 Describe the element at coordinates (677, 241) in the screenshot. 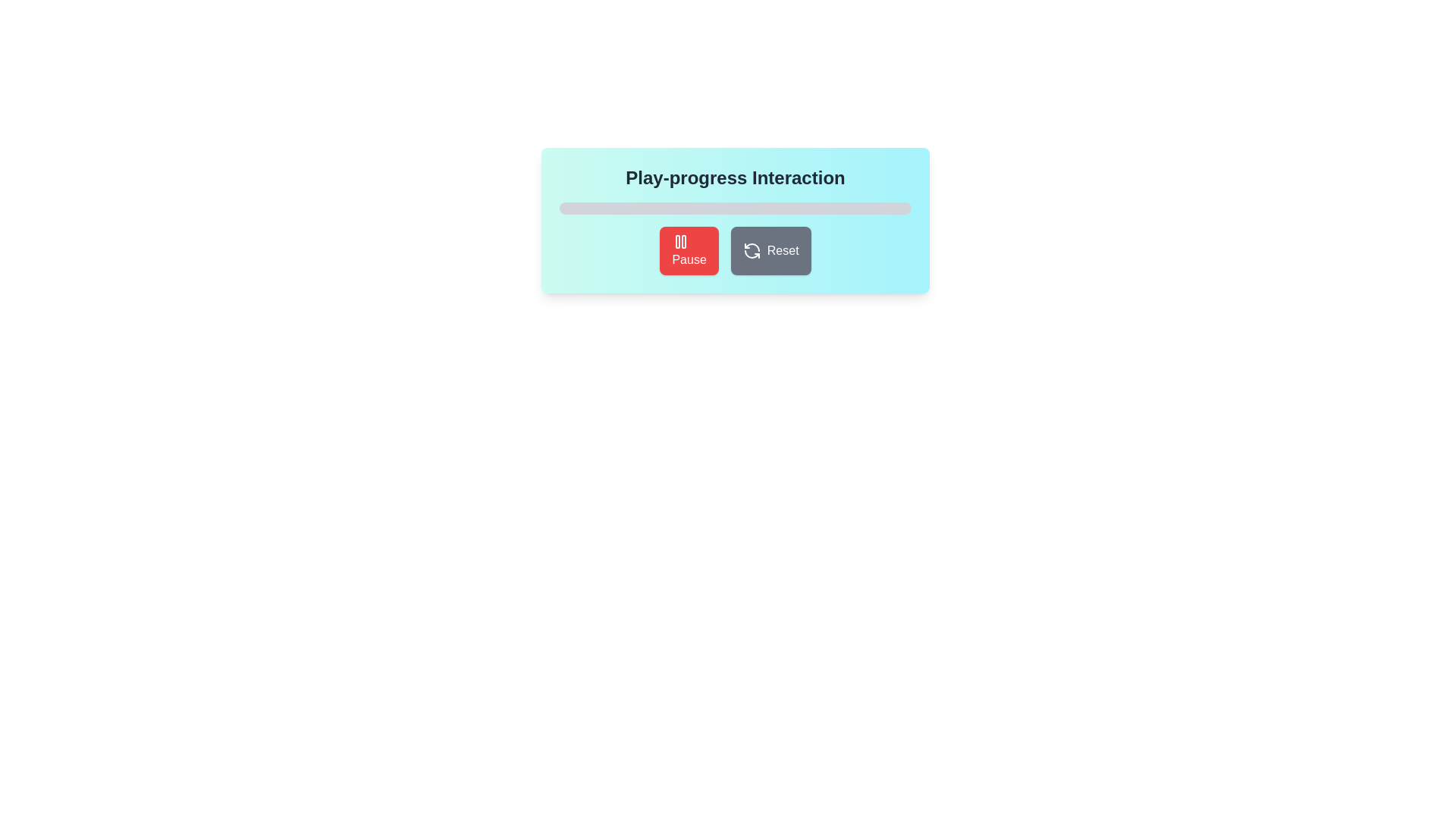

I see `the left vertical bar of the pause button icon, which visually represents the pause action within the control panel interface` at that location.